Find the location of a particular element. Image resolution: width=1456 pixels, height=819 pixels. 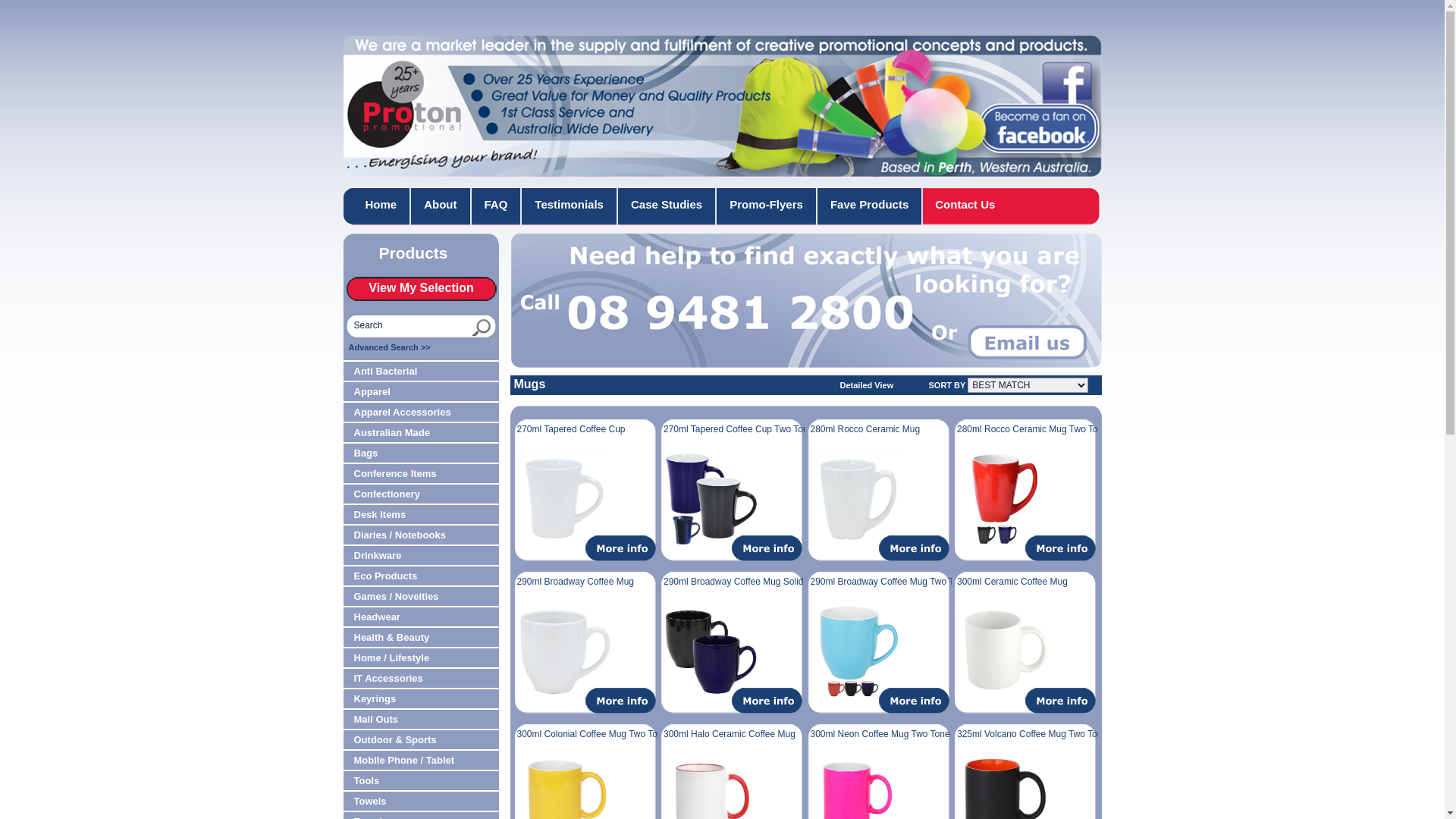

'FAQ' is located at coordinates (497, 206).